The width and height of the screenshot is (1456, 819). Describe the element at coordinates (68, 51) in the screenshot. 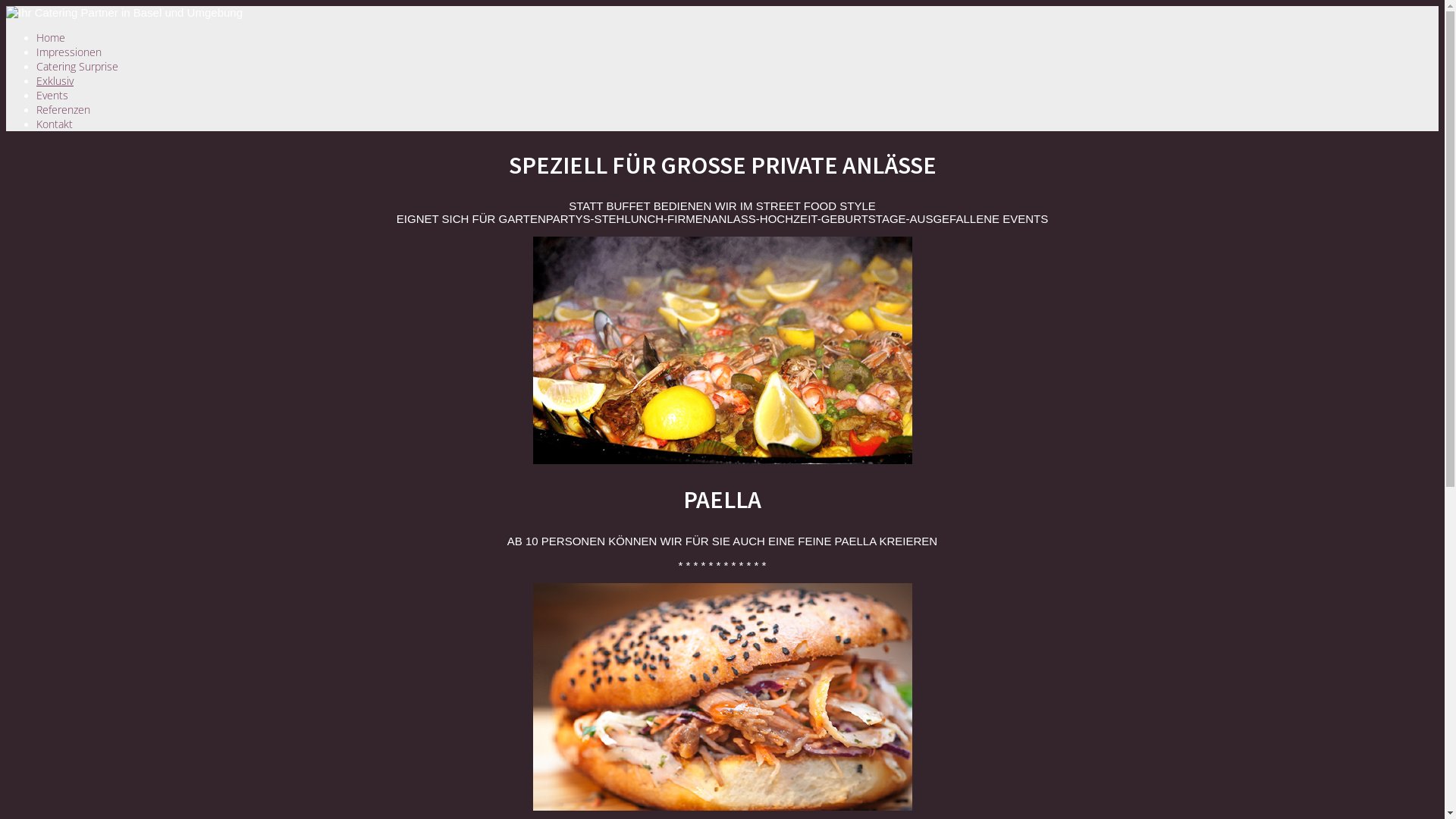

I see `'Impressionen'` at that location.